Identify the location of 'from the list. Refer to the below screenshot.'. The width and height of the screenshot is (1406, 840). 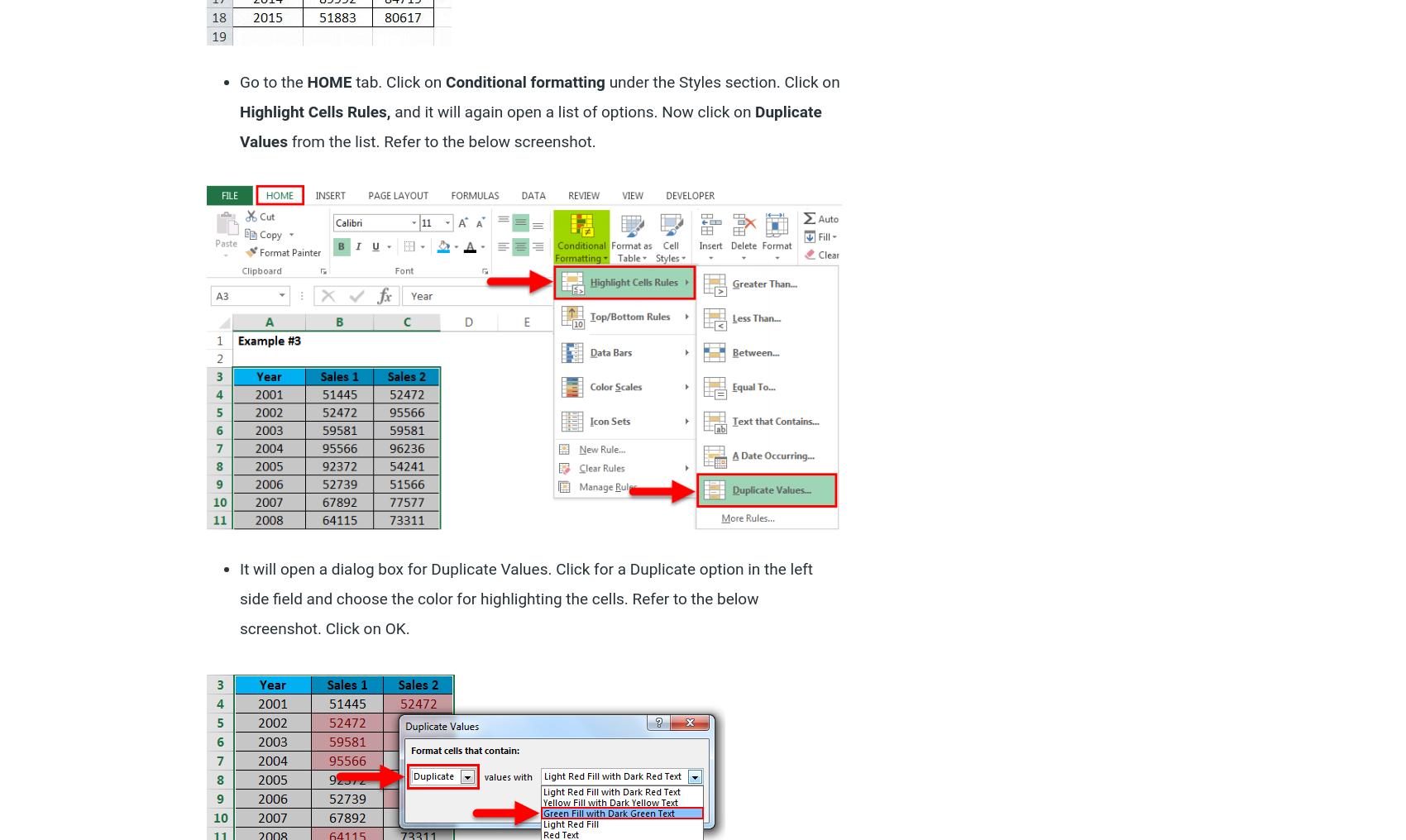
(440, 140).